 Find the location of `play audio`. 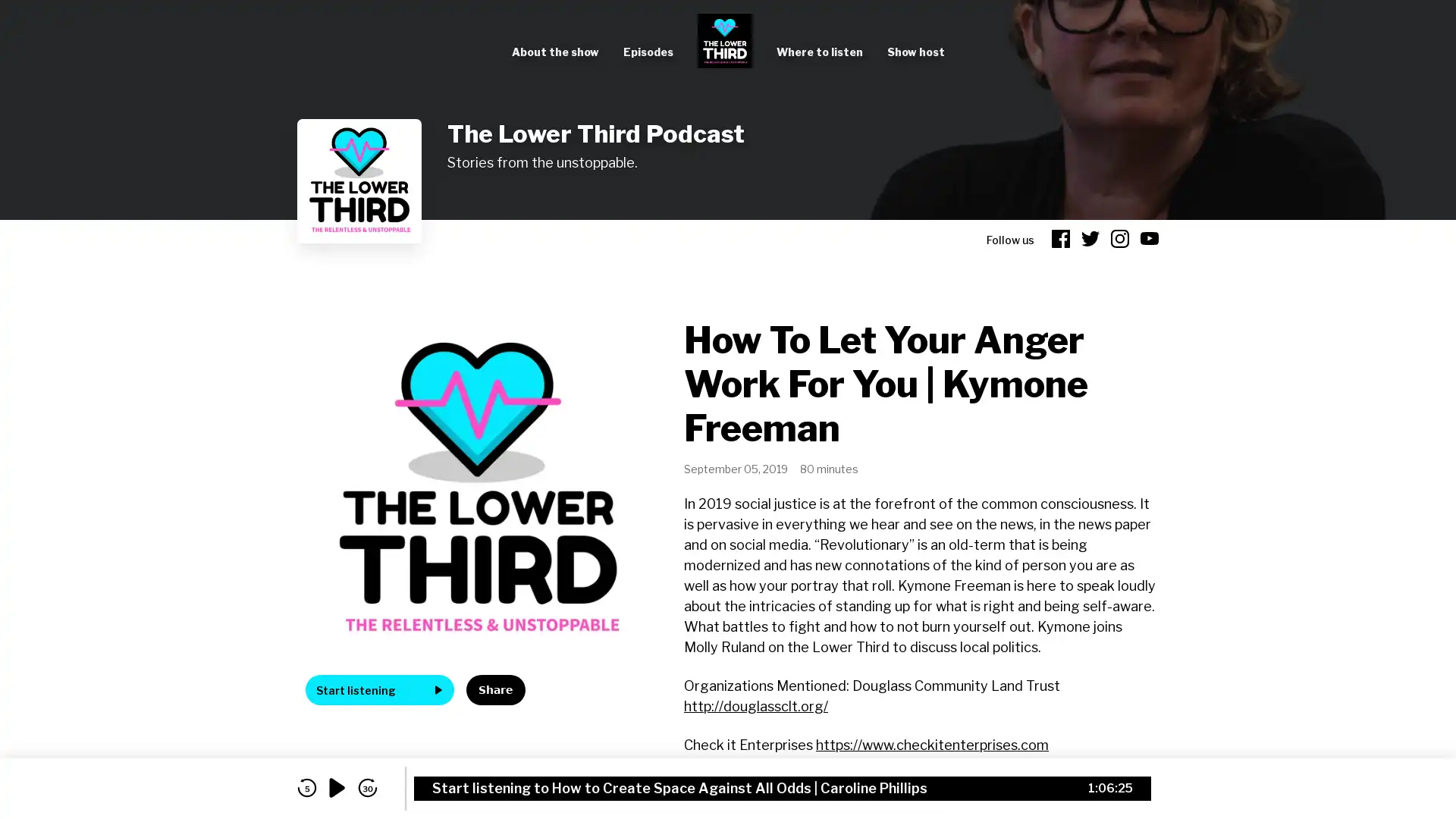

play audio is located at coordinates (337, 787).